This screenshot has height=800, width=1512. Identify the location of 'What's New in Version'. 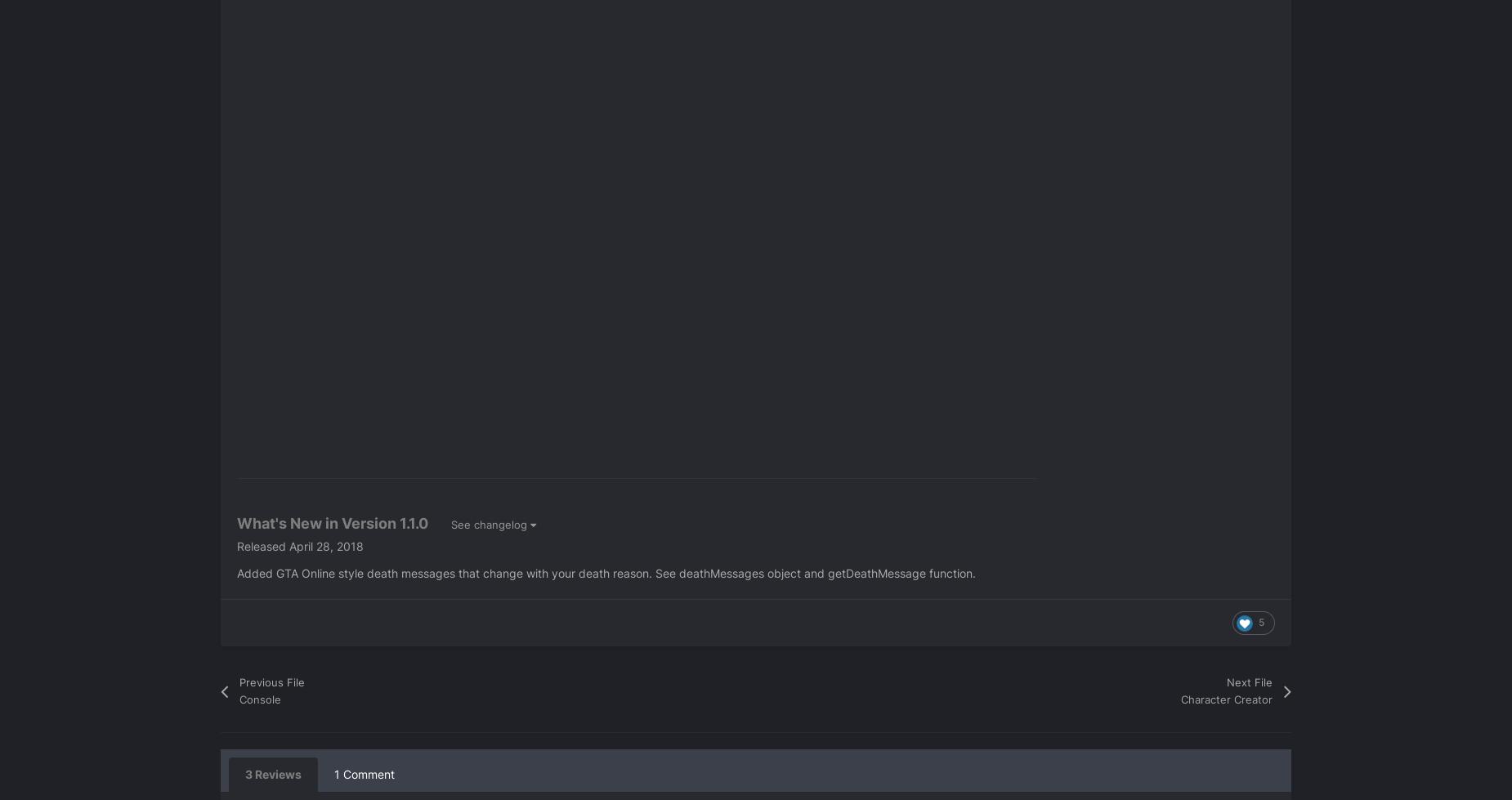
(317, 521).